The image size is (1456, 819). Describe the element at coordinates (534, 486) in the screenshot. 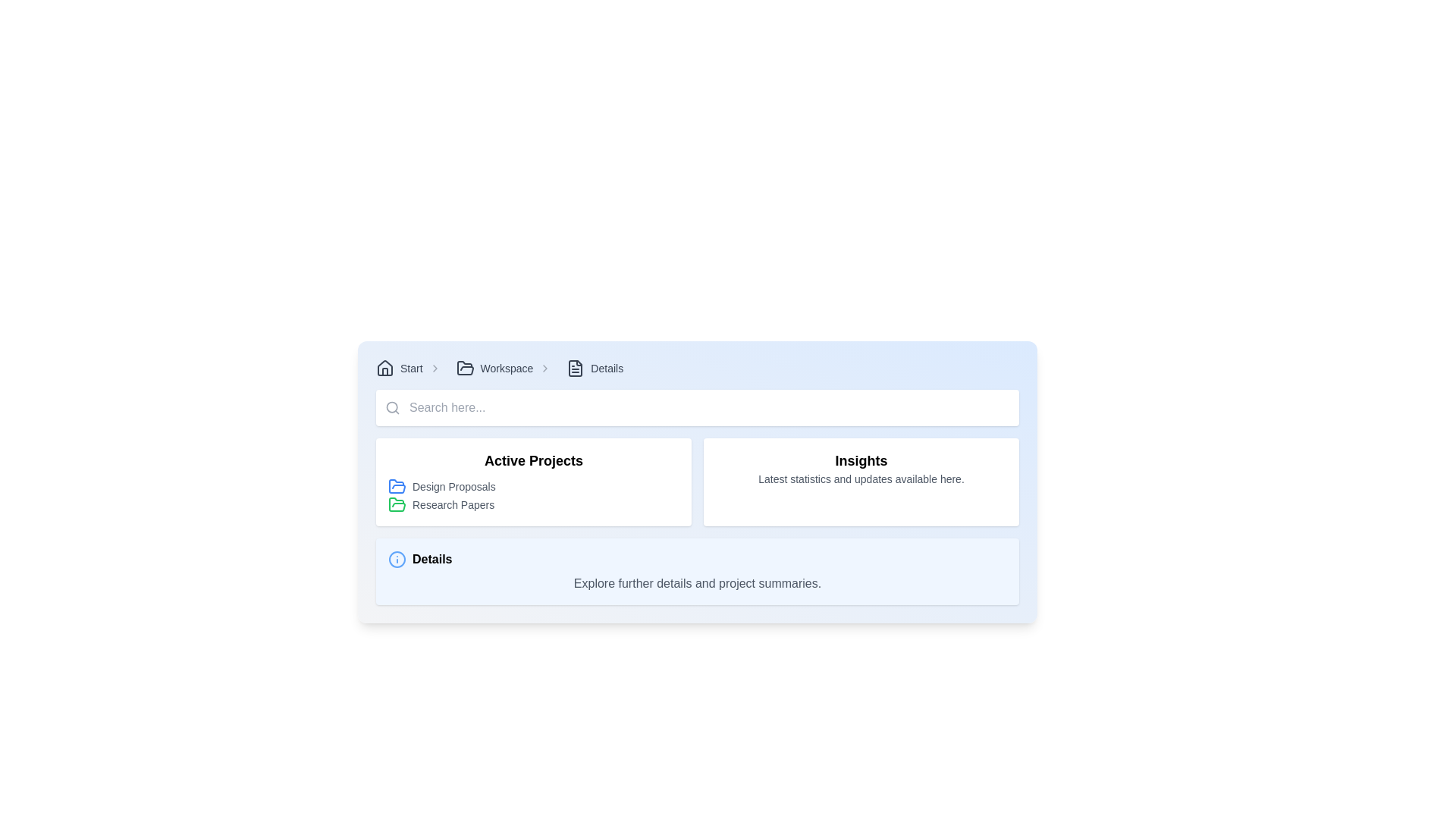

I see `the first item in the 'Active Projects' list, labeled 'Design Proposals', to allow for interaction or selection` at that location.